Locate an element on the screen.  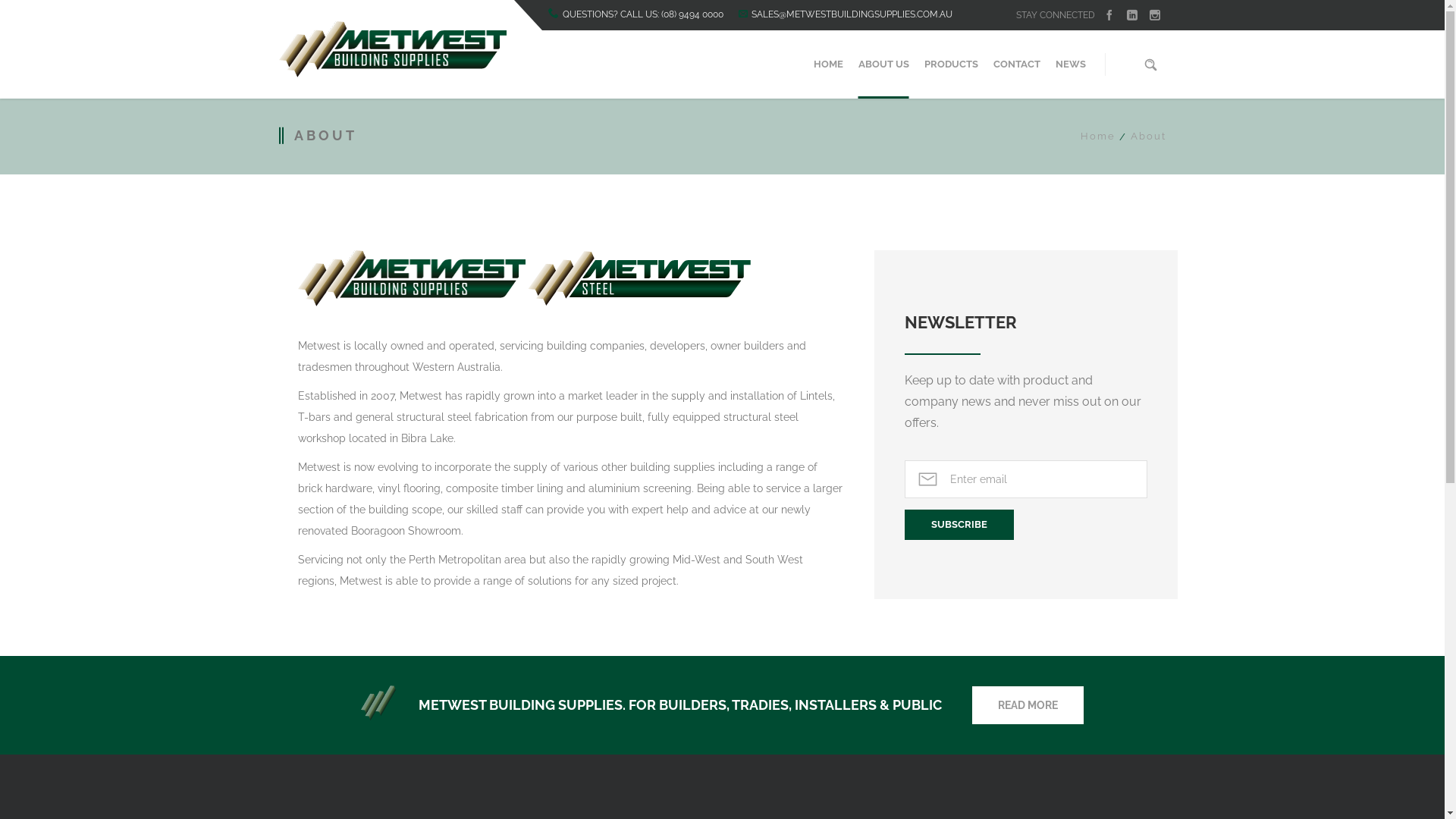
'HOME' is located at coordinates (827, 63).